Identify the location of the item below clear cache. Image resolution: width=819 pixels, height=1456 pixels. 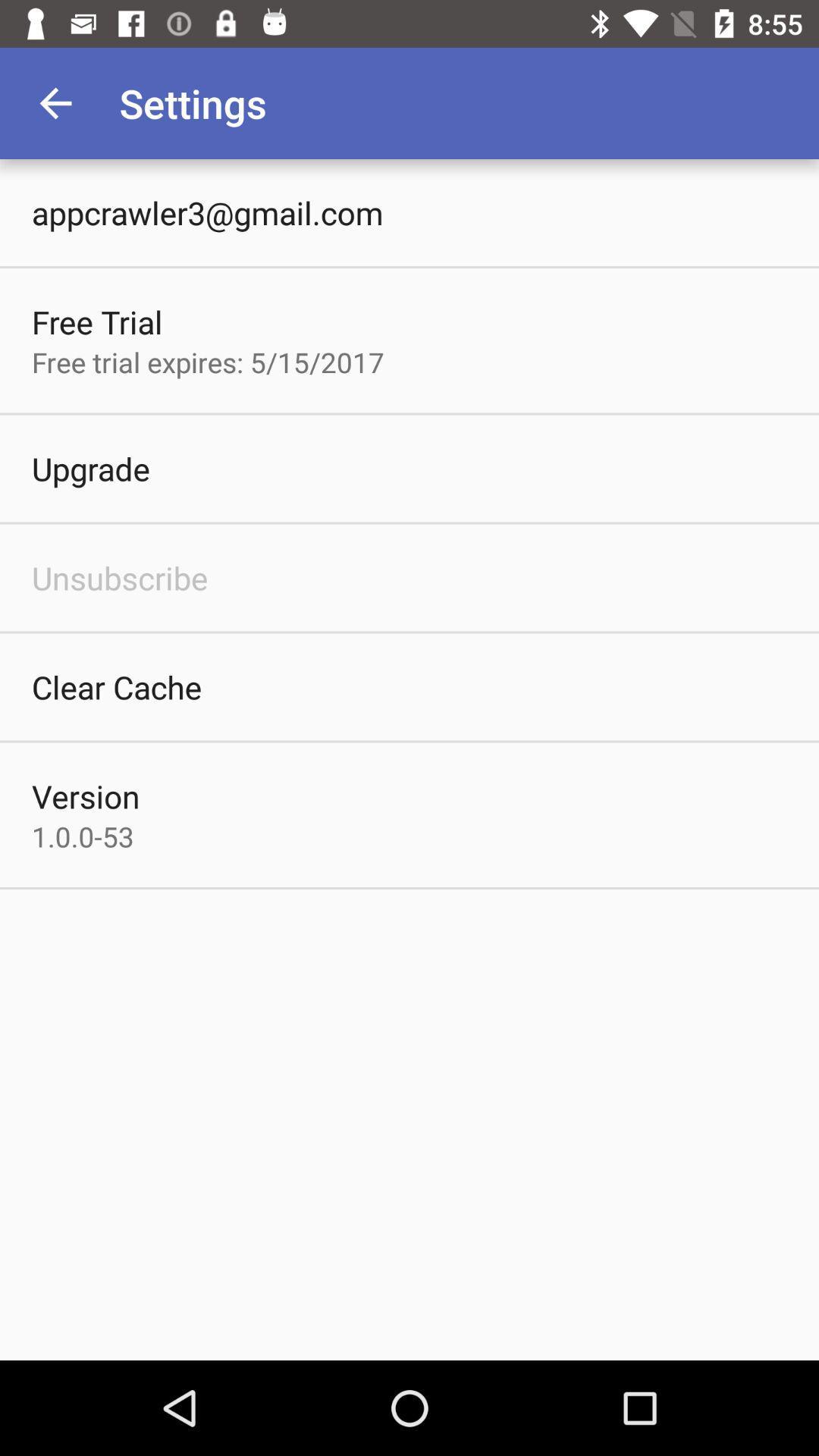
(86, 795).